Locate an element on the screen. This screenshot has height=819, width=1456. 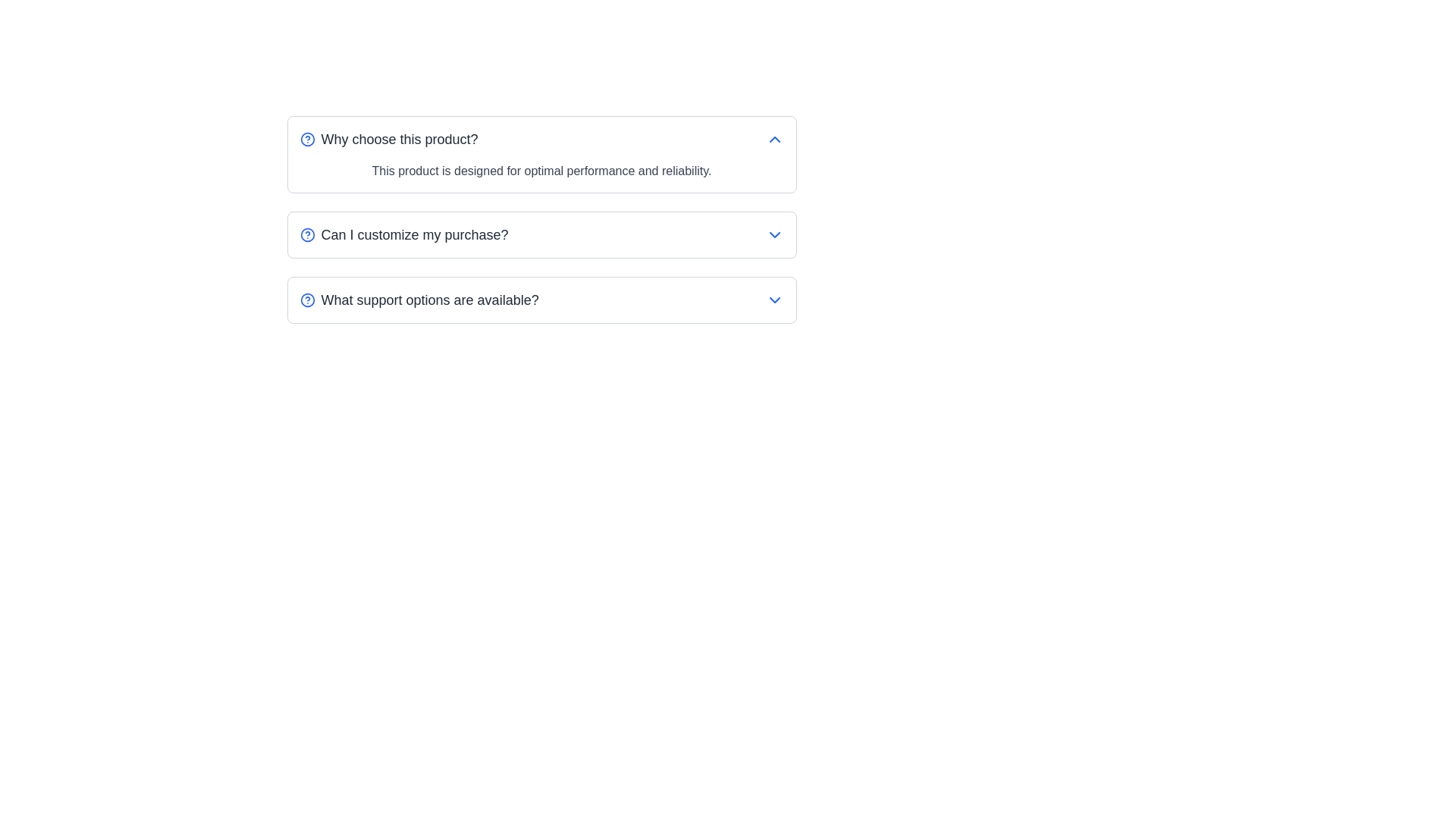
the second FAQ item titled 'Can I customize my purchase?' is located at coordinates (541, 234).